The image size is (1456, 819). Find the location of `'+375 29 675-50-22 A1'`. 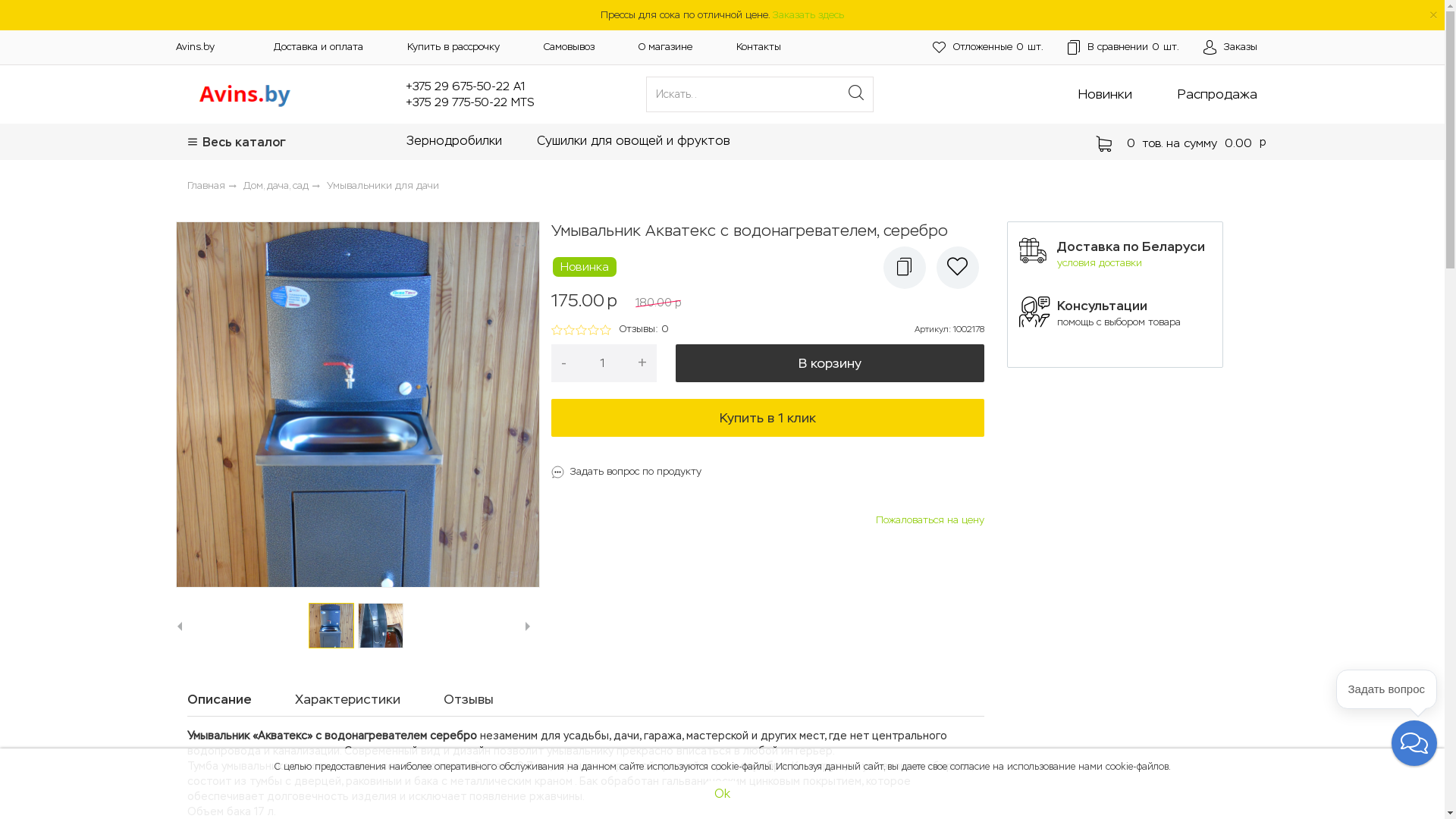

'+375 29 675-50-22 A1' is located at coordinates (464, 86).